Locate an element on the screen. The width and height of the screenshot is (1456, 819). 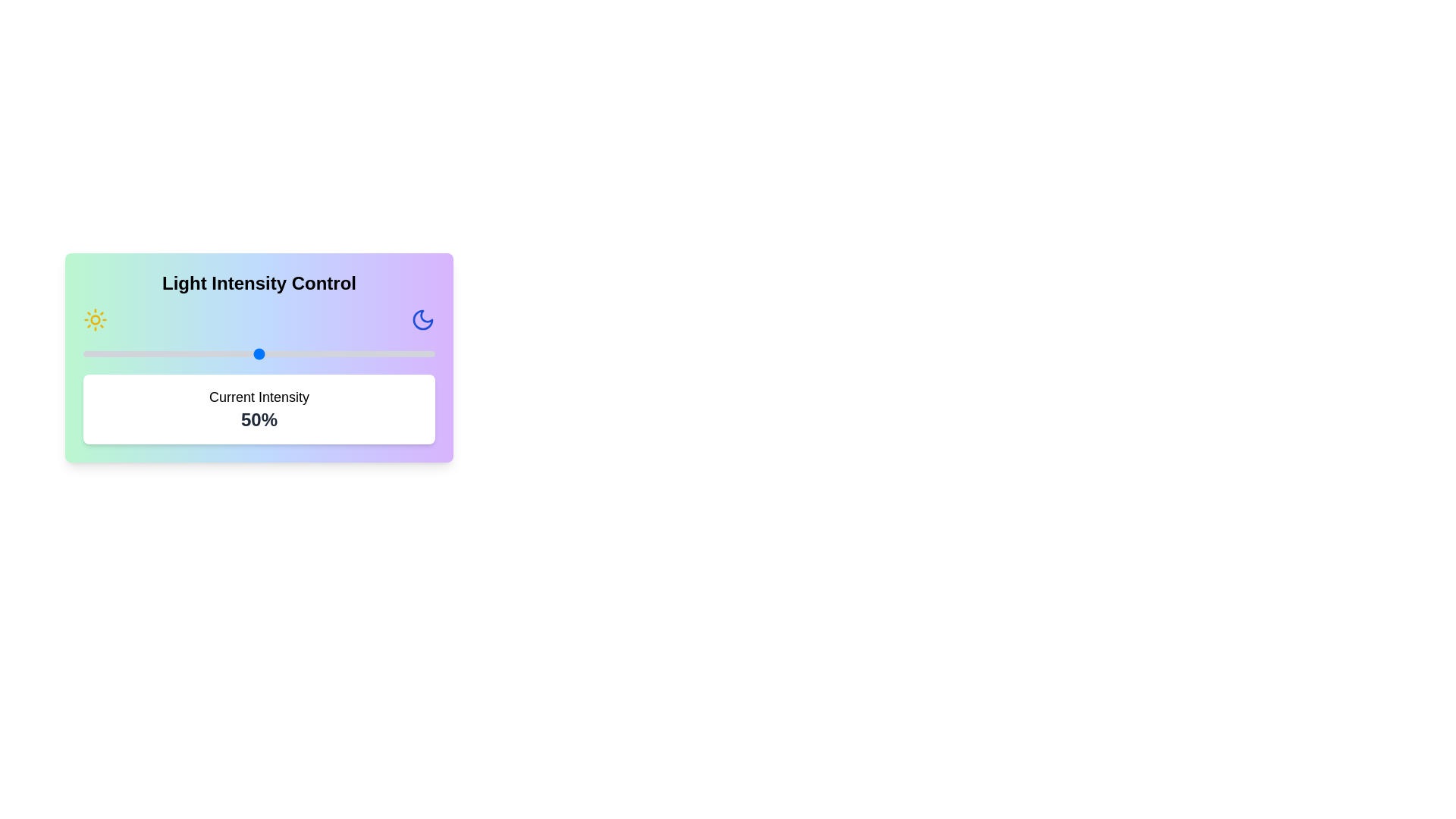
the light intensity control button located in the top left area of the horizontal bar beneath the heading 'Light Intensity Control' is located at coordinates (94, 318).